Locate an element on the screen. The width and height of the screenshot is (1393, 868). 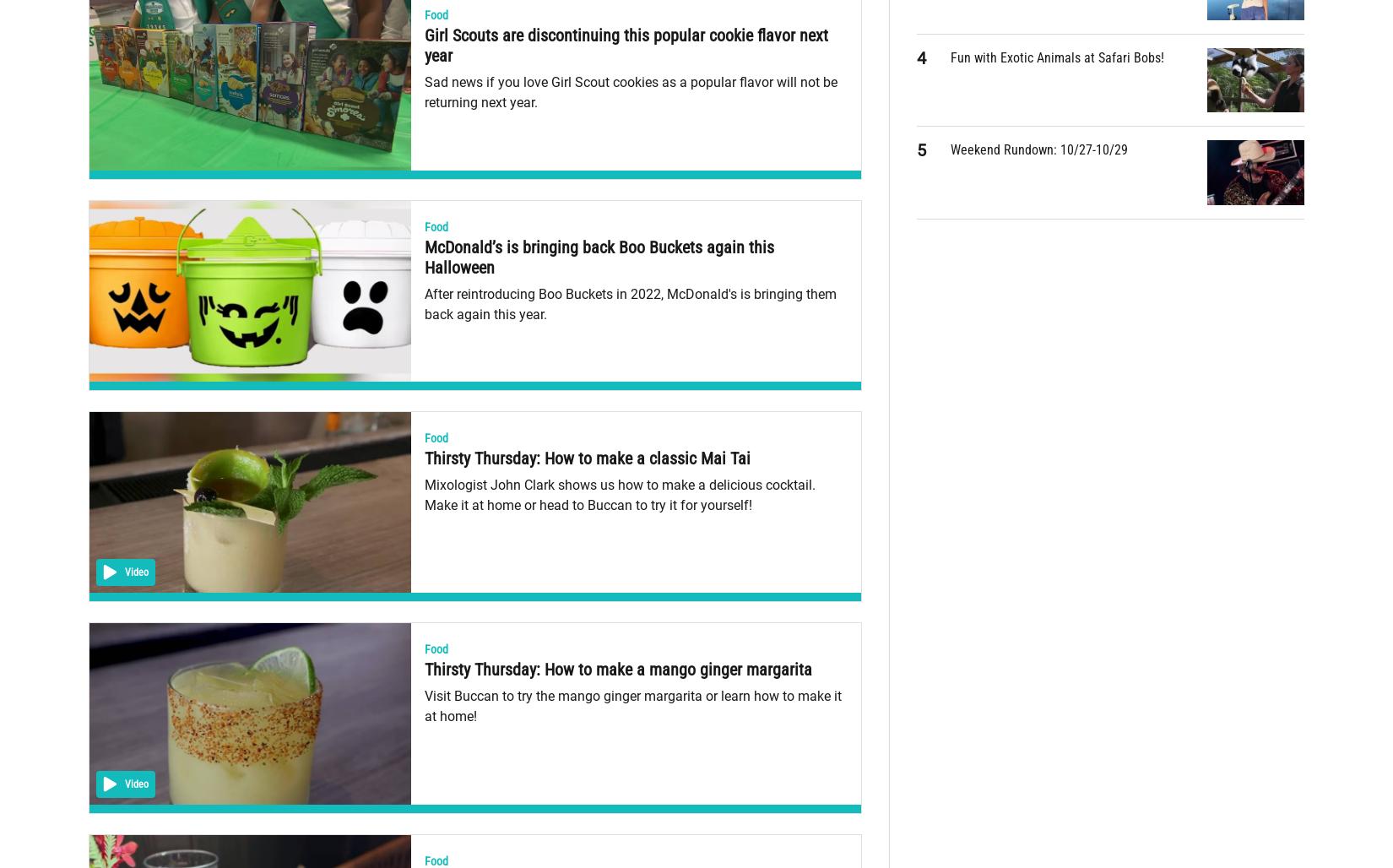
'Girl Scouts are discontinuing this popular cookie flavor next year' is located at coordinates (625, 45).